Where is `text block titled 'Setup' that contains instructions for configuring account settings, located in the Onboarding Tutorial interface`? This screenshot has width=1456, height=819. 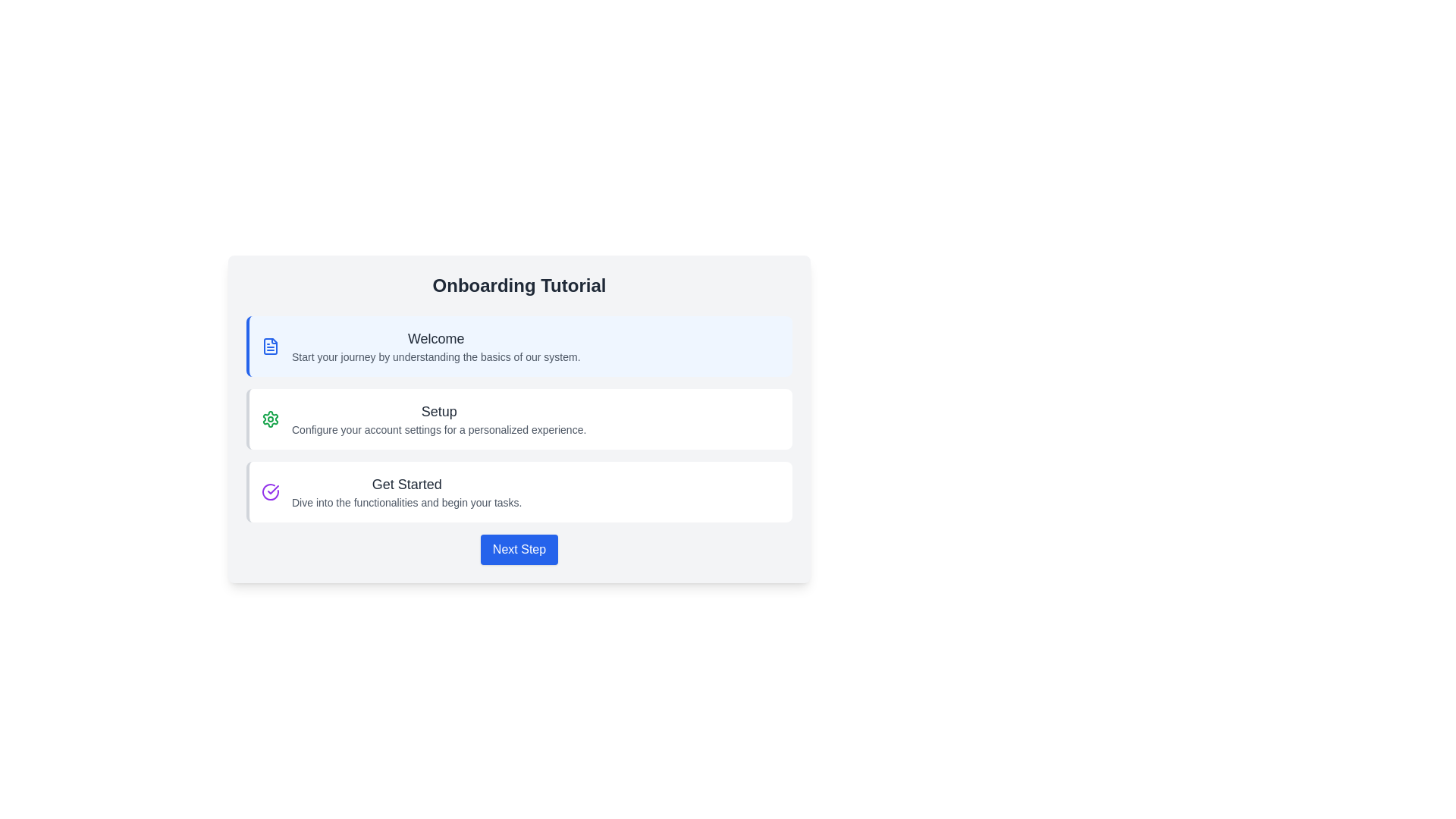 text block titled 'Setup' that contains instructions for configuring account settings, located in the Onboarding Tutorial interface is located at coordinates (438, 419).